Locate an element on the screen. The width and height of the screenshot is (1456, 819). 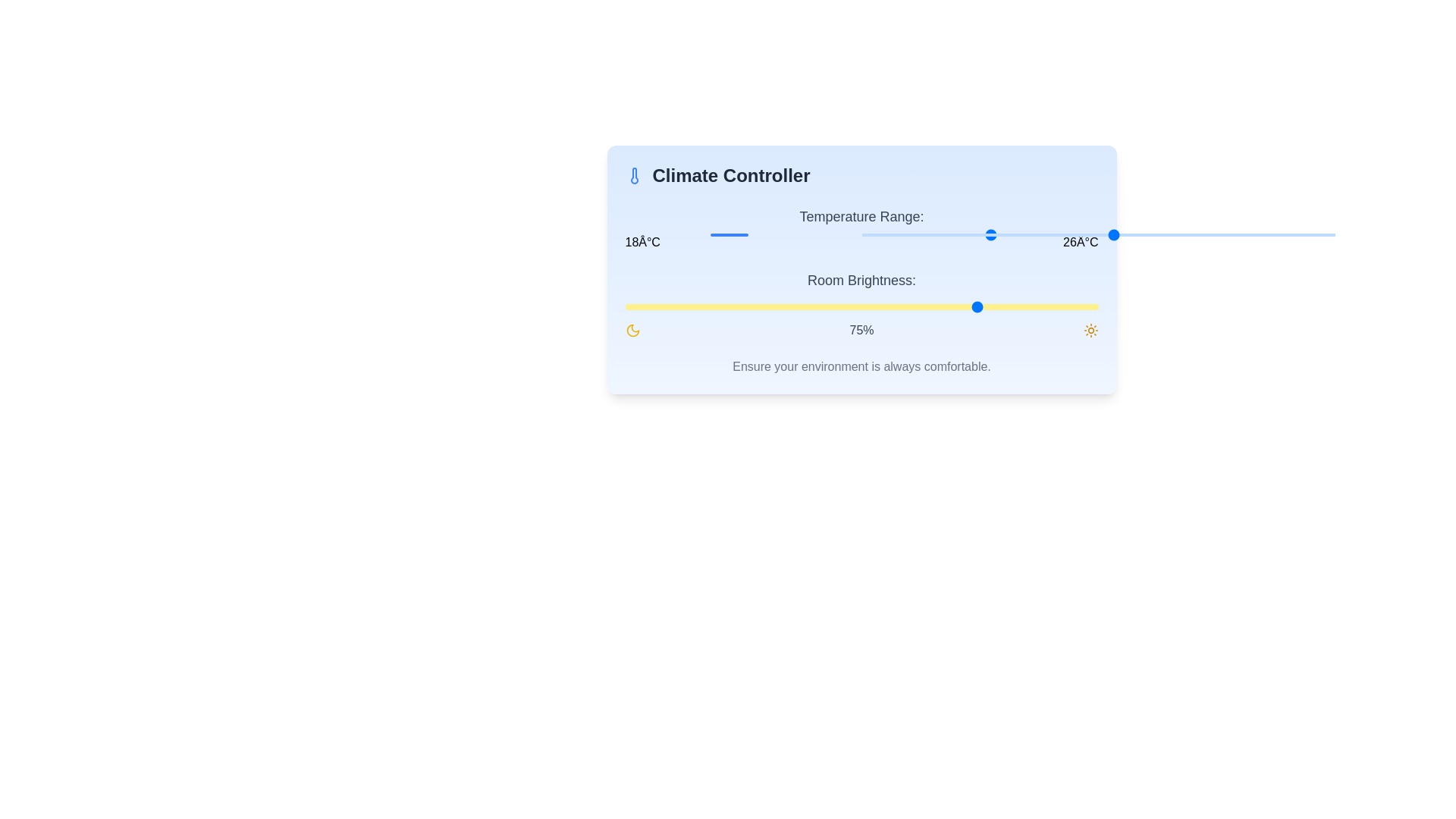
the room brightness is located at coordinates (918, 307).